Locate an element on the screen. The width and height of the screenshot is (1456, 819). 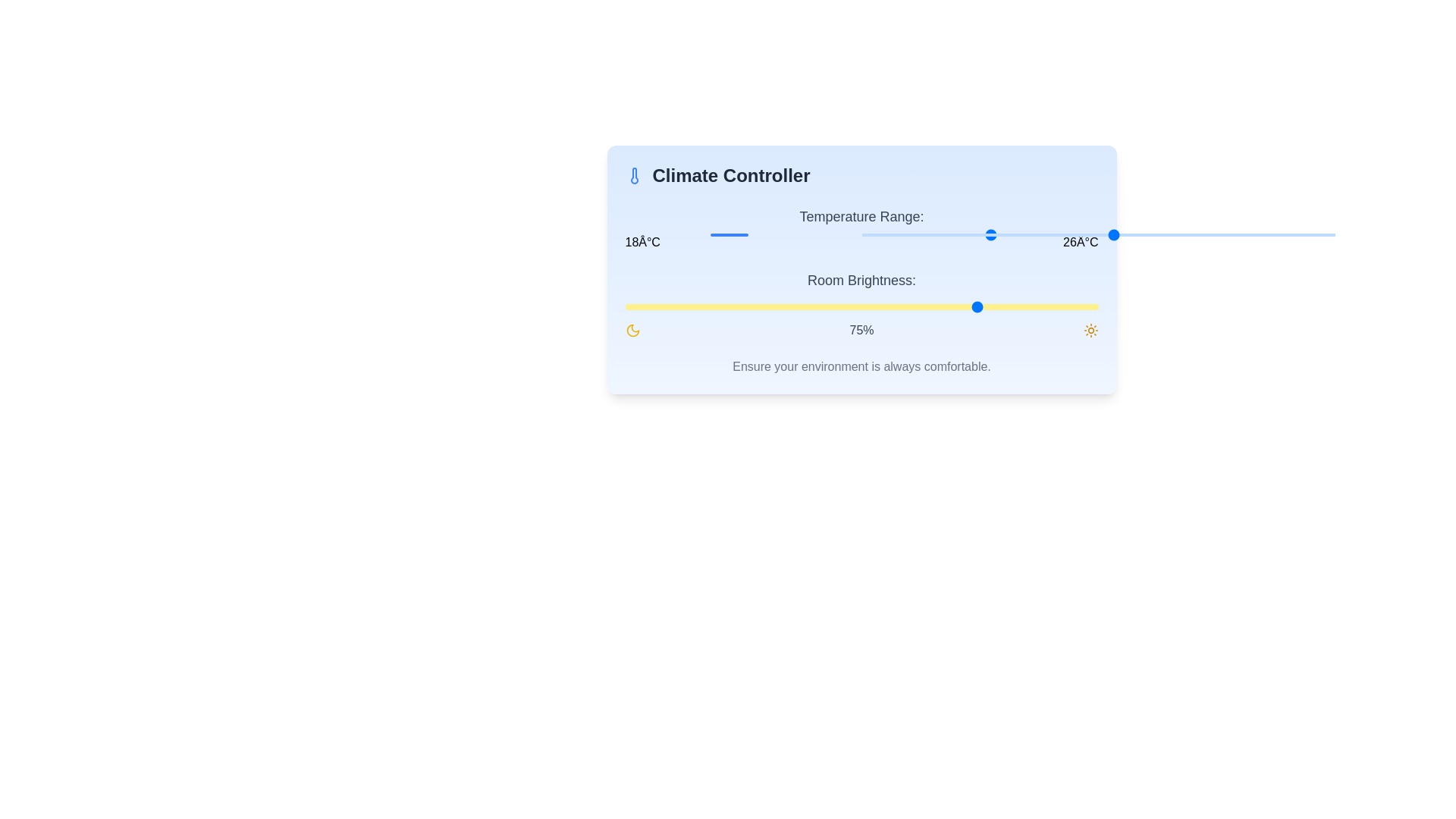
the room brightness is located at coordinates (918, 307).